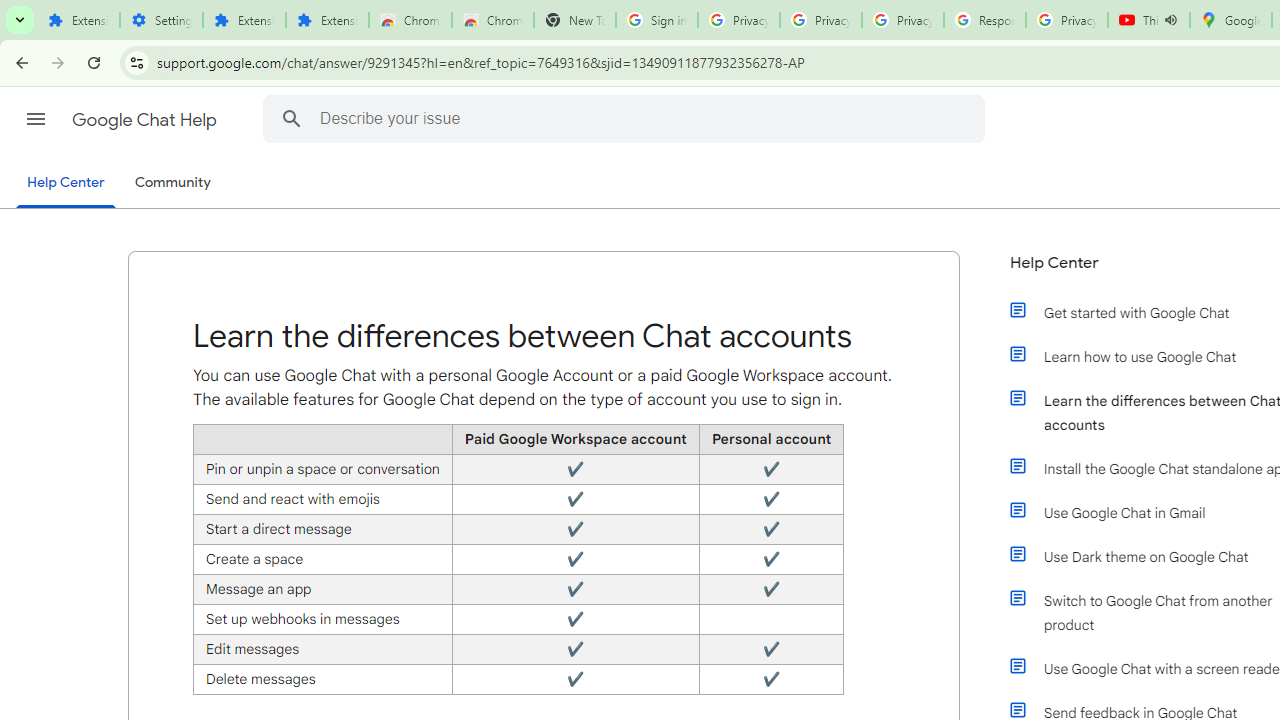  What do you see at coordinates (656, 20) in the screenshot?
I see `'Sign in - Google Accounts'` at bounding box center [656, 20].